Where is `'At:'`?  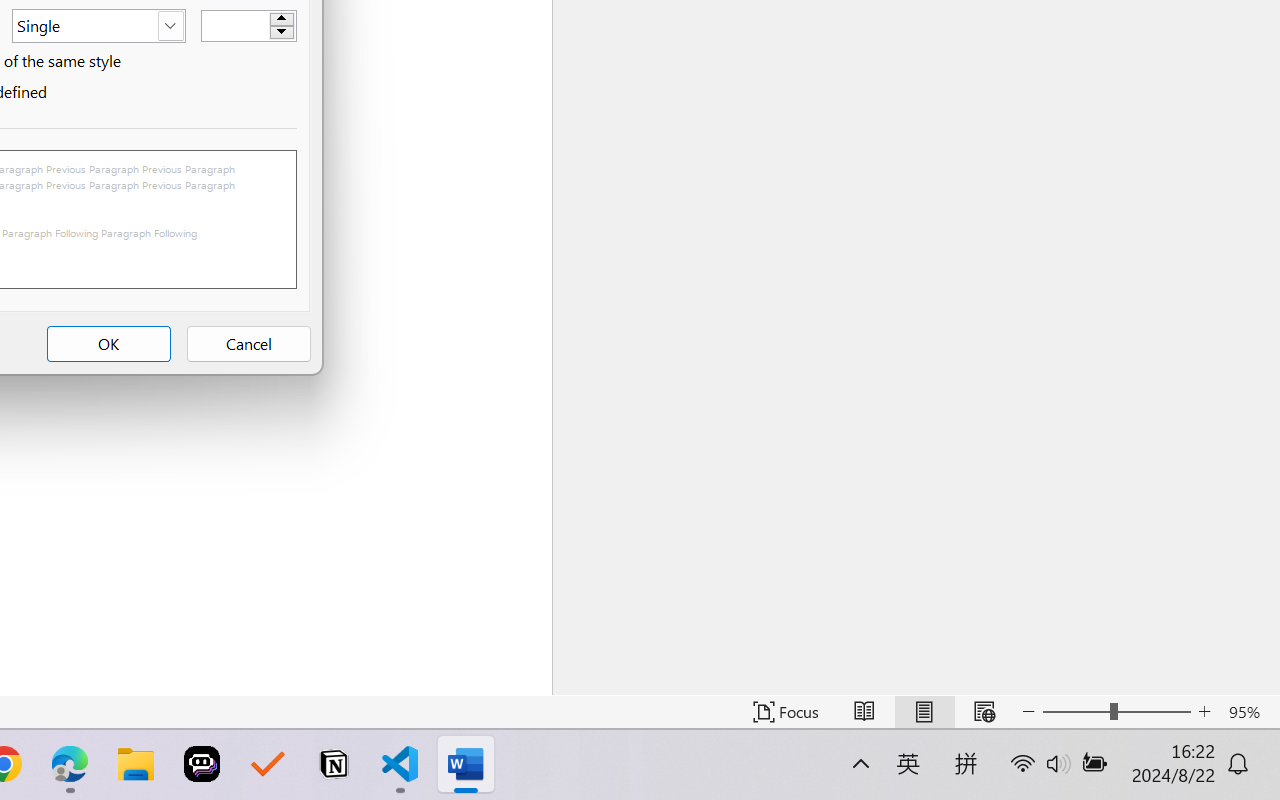
'At:' is located at coordinates (247, 25).